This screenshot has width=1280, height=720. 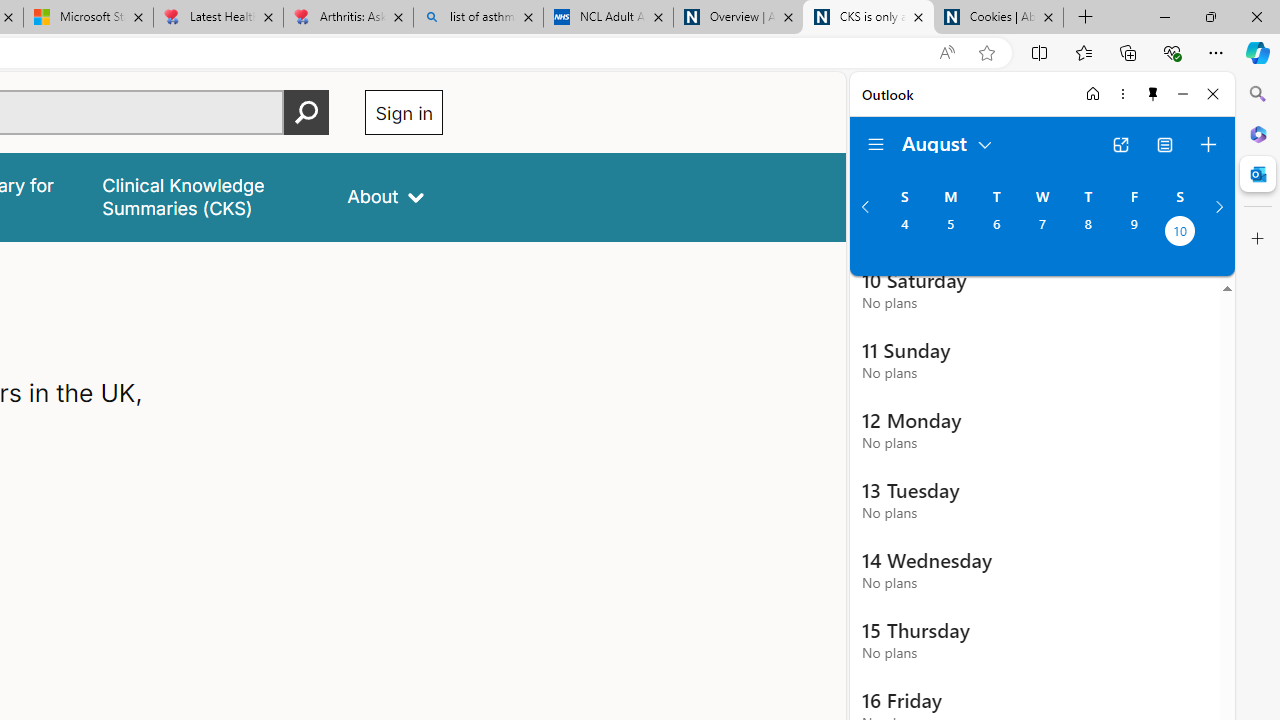 I want to click on 'Sign in', so click(x=403, y=112).